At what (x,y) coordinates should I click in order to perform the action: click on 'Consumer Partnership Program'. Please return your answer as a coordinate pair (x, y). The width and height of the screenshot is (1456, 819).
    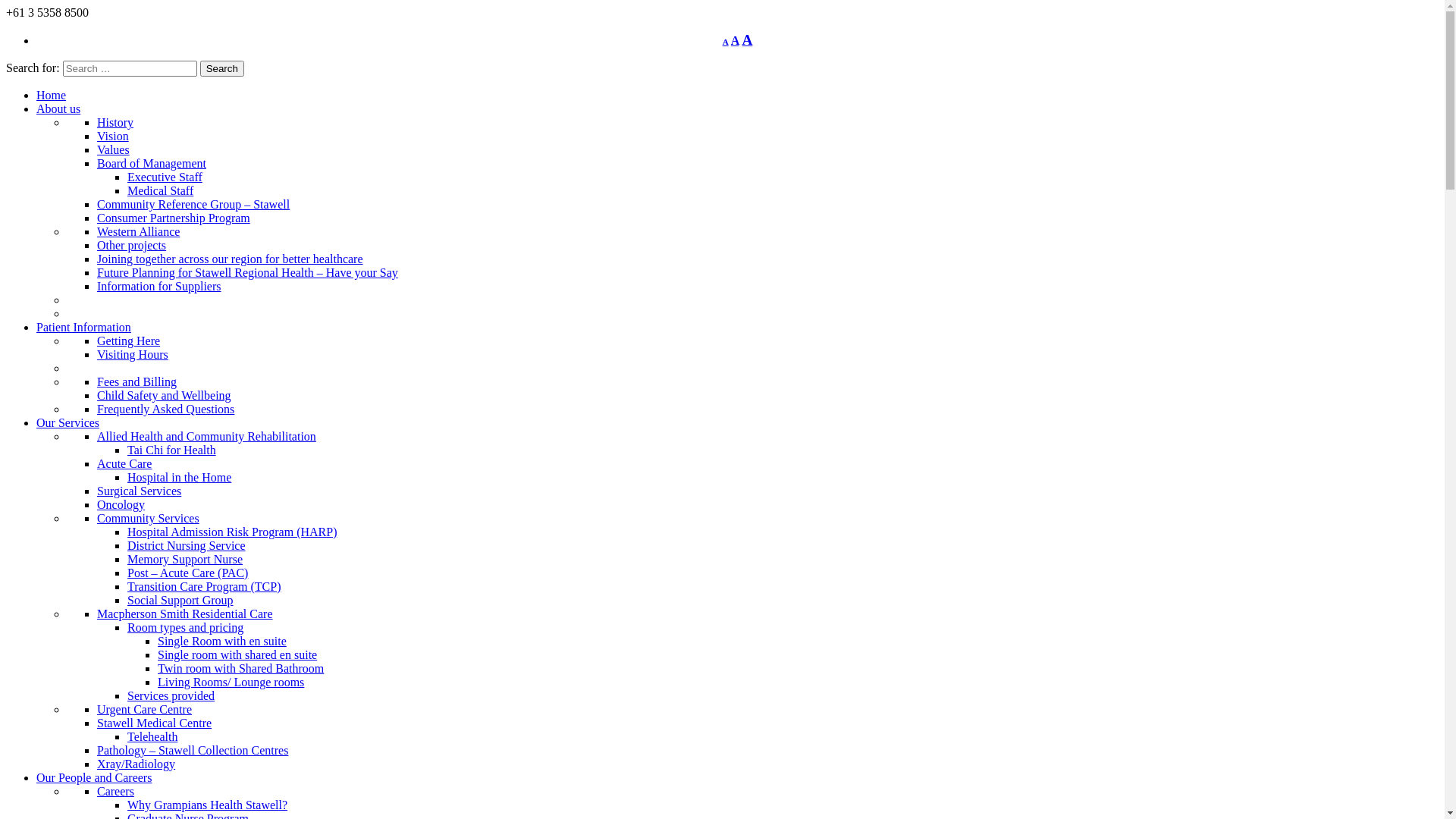
    Looking at the image, I should click on (174, 218).